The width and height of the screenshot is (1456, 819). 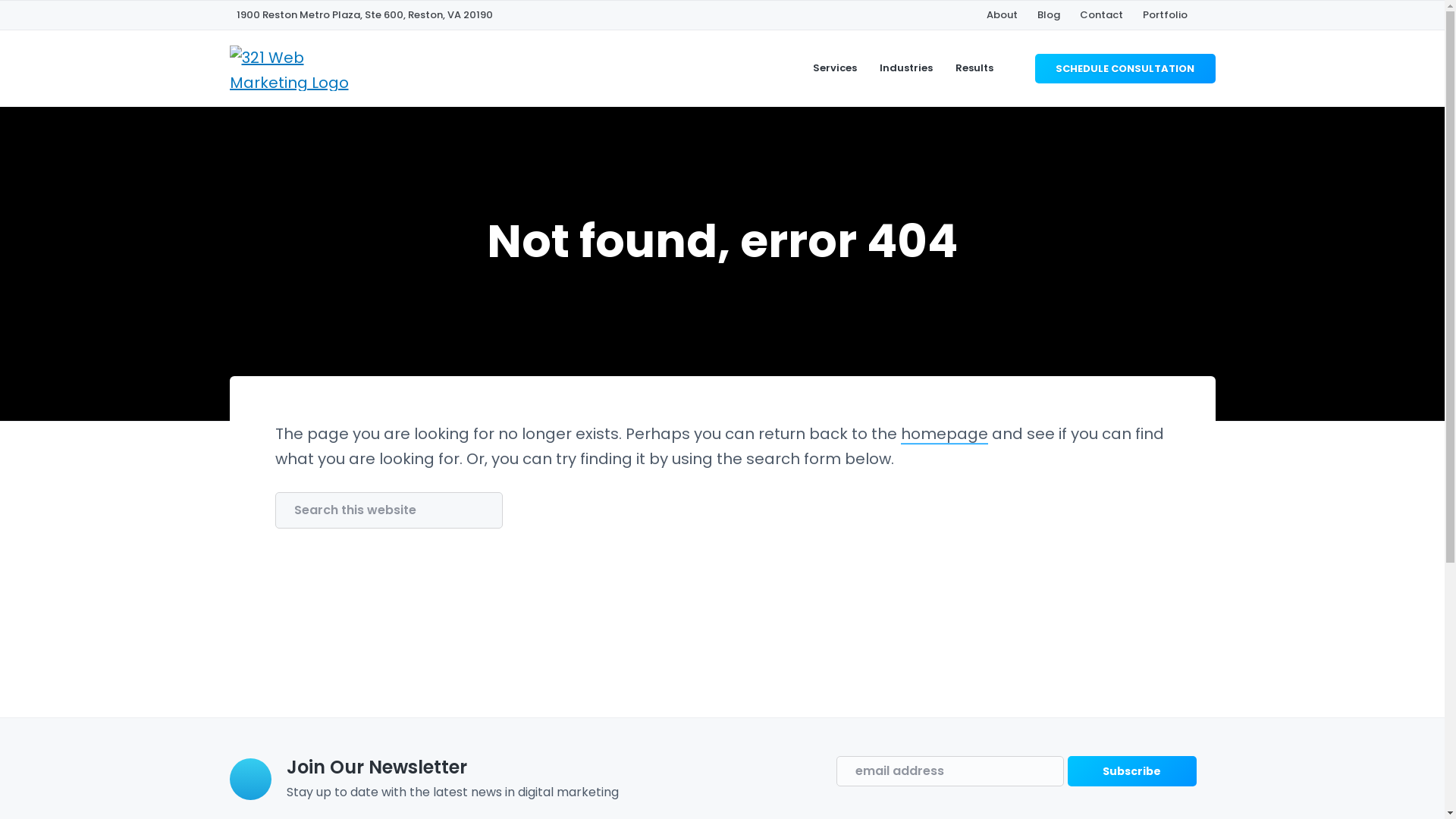 I want to click on 'homepage', so click(x=943, y=433).